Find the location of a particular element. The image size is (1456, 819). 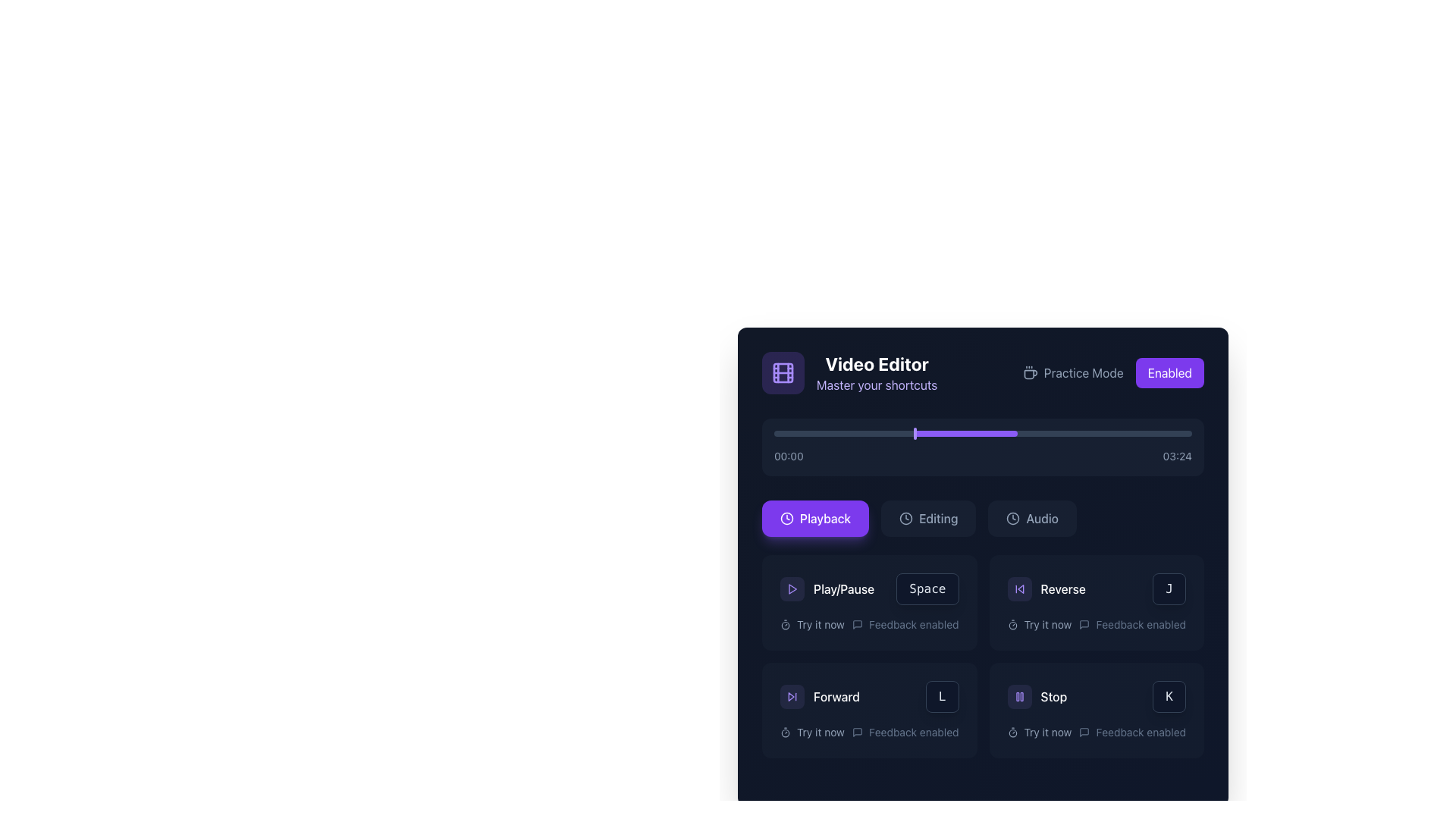

the play icon, which is a triangular shape pointing to the left and styled with a violet hue, located to the left of the text 'Play/Pause' in the Playback section is located at coordinates (792, 588).